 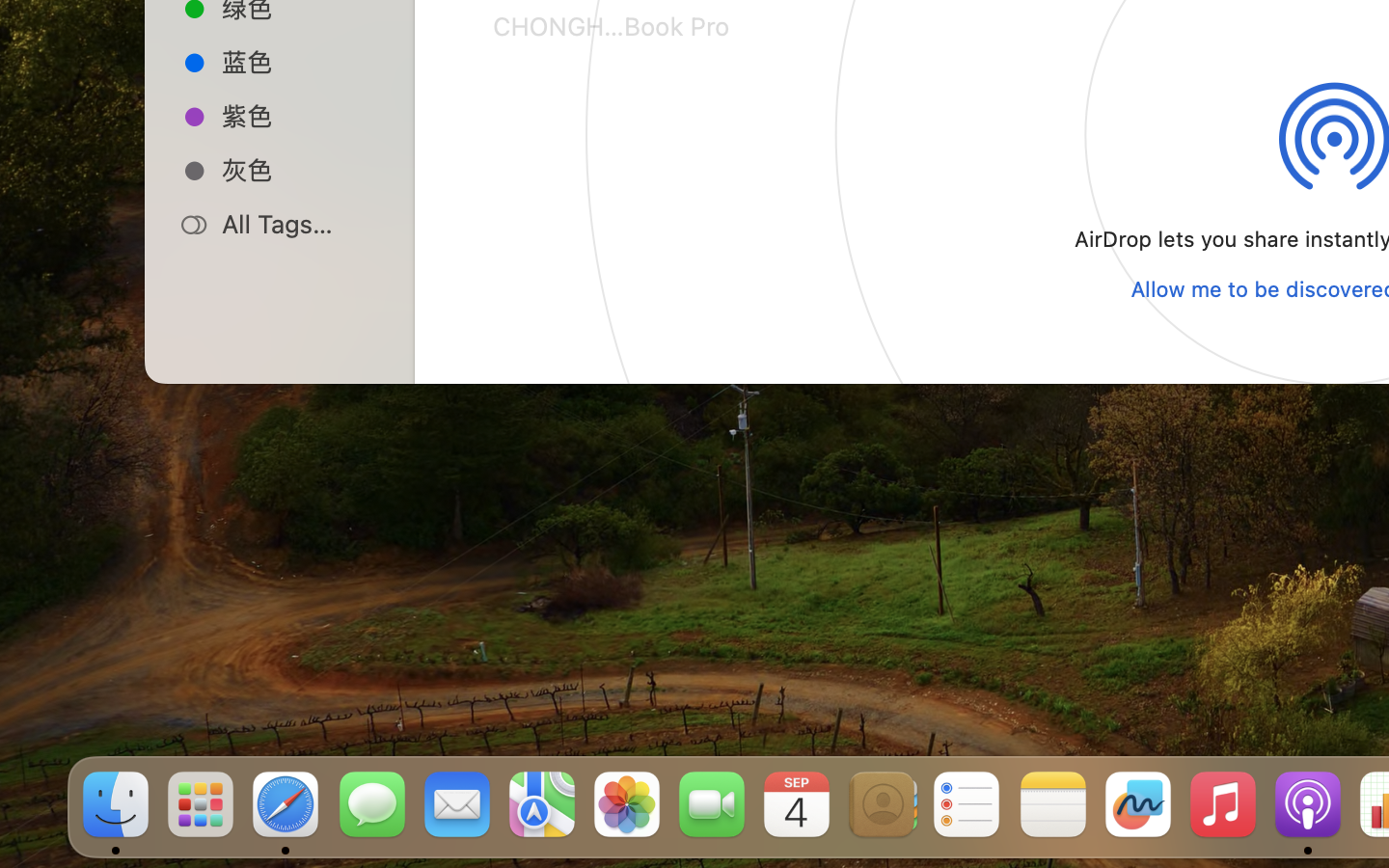 What do you see at coordinates (300, 170) in the screenshot?
I see `'灰色'` at bounding box center [300, 170].